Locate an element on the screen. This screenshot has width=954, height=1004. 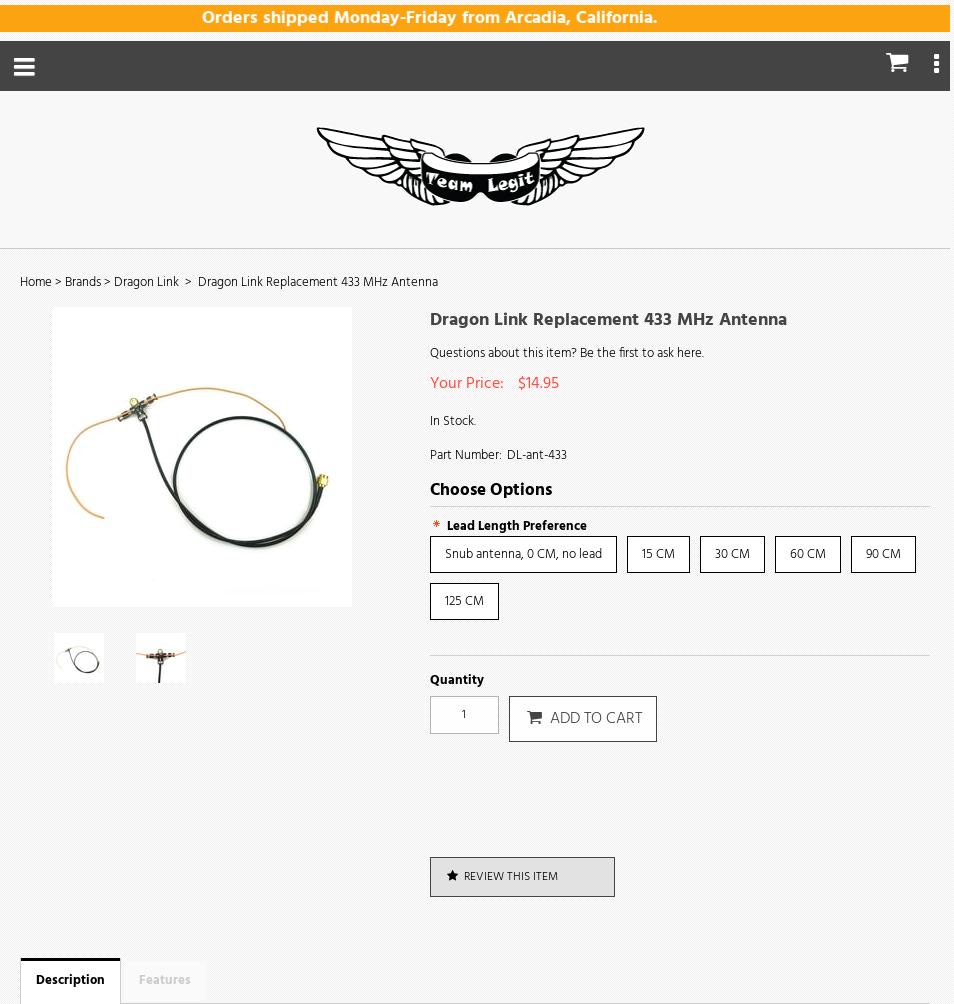
'Home' is located at coordinates (34, 281).